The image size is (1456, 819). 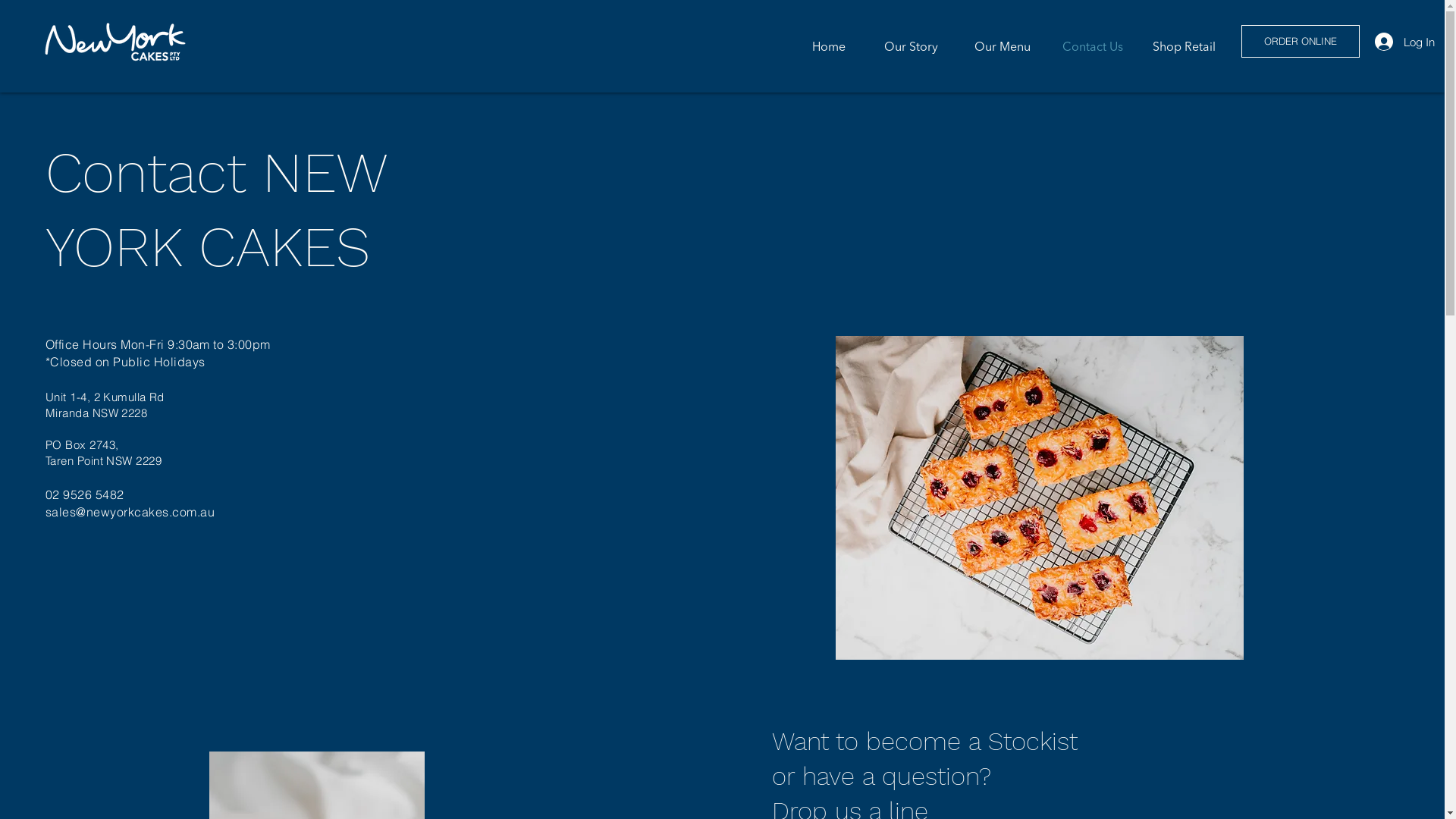 What do you see at coordinates (996, 45) in the screenshot?
I see `'Our Menu'` at bounding box center [996, 45].